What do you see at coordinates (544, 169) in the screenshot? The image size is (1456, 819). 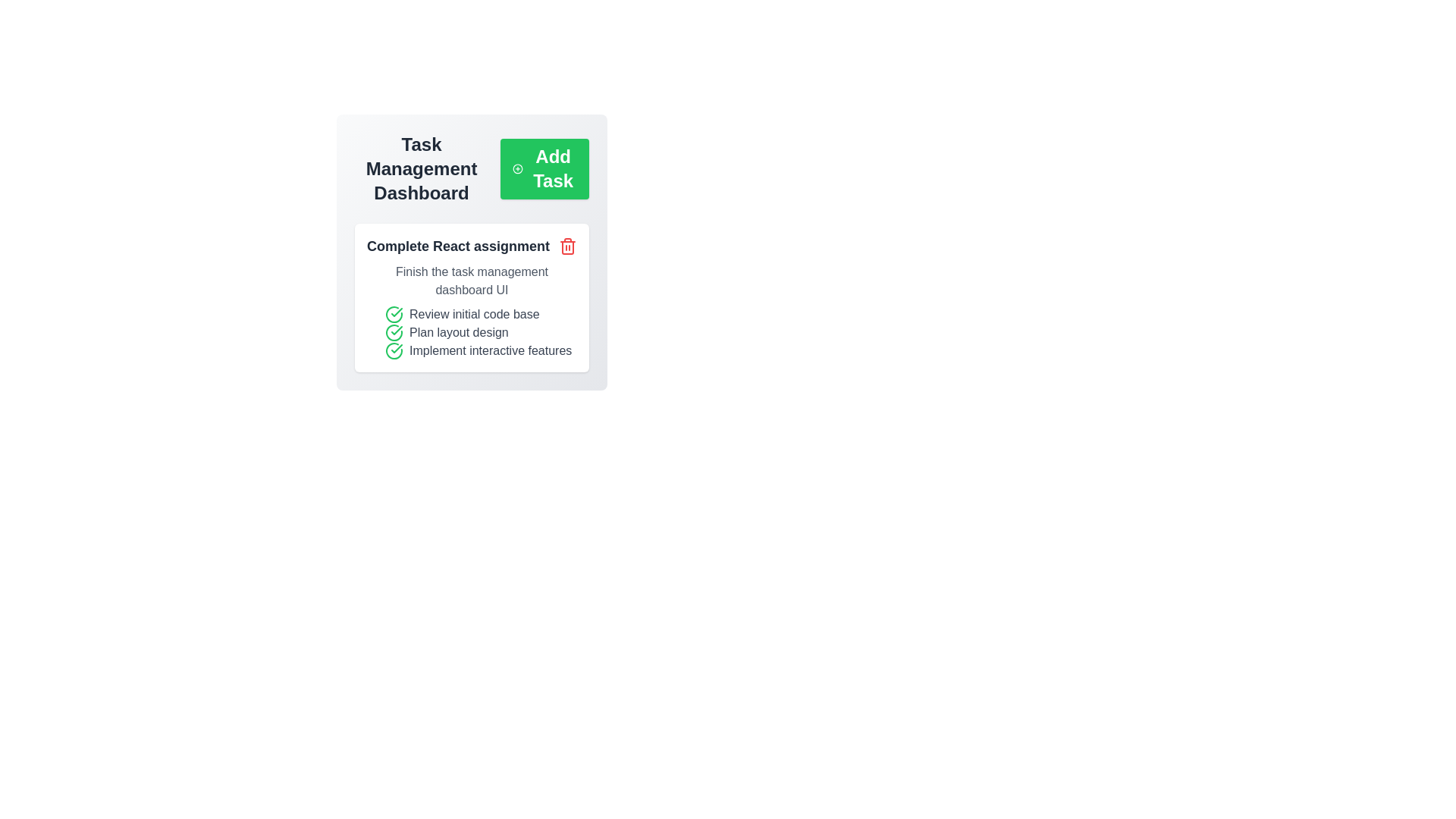 I see `the button located in the upper right region of the 'Task Management Dashboard'` at bounding box center [544, 169].